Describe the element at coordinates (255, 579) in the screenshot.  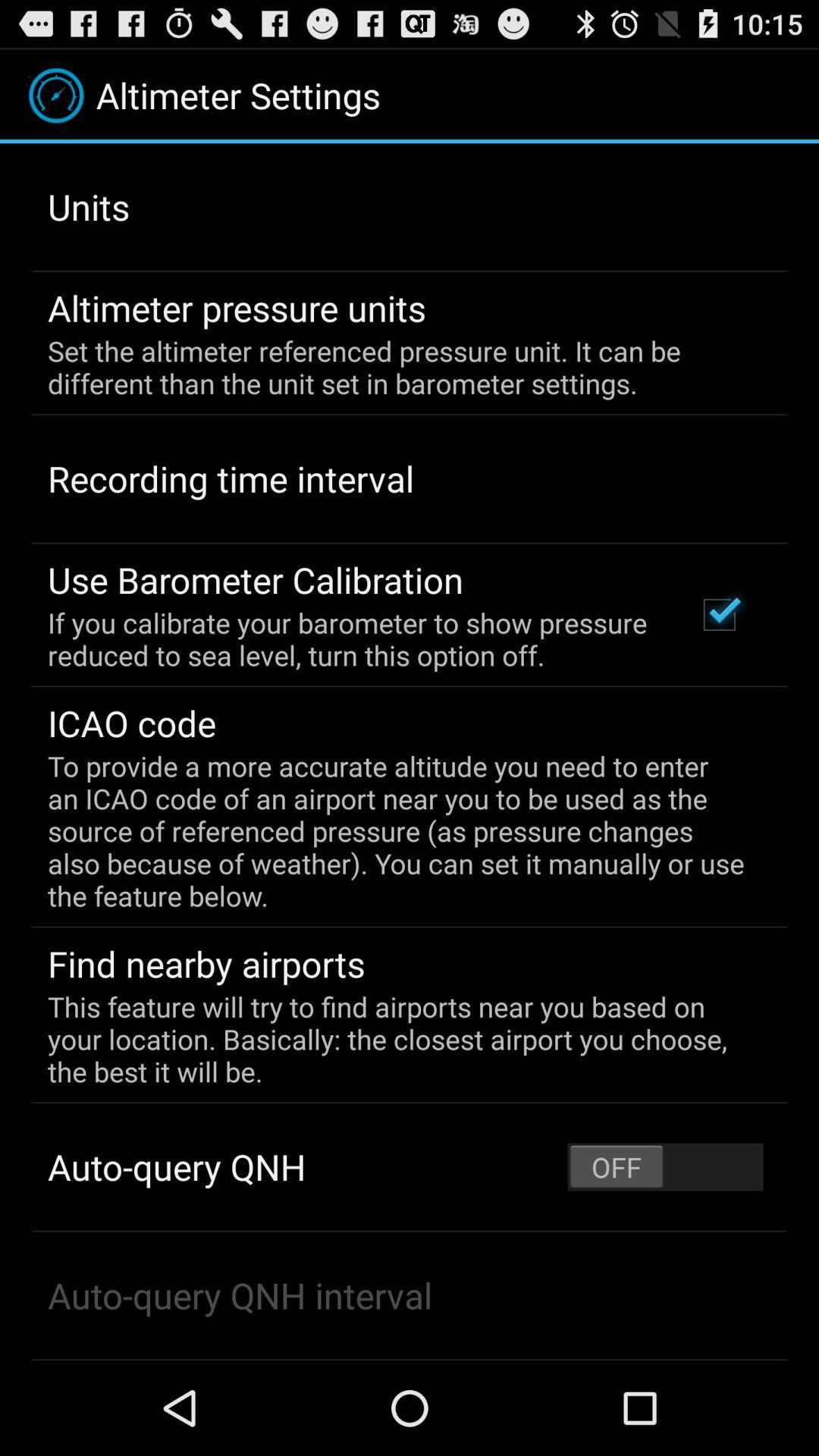
I see `use barometer calibration app` at that location.